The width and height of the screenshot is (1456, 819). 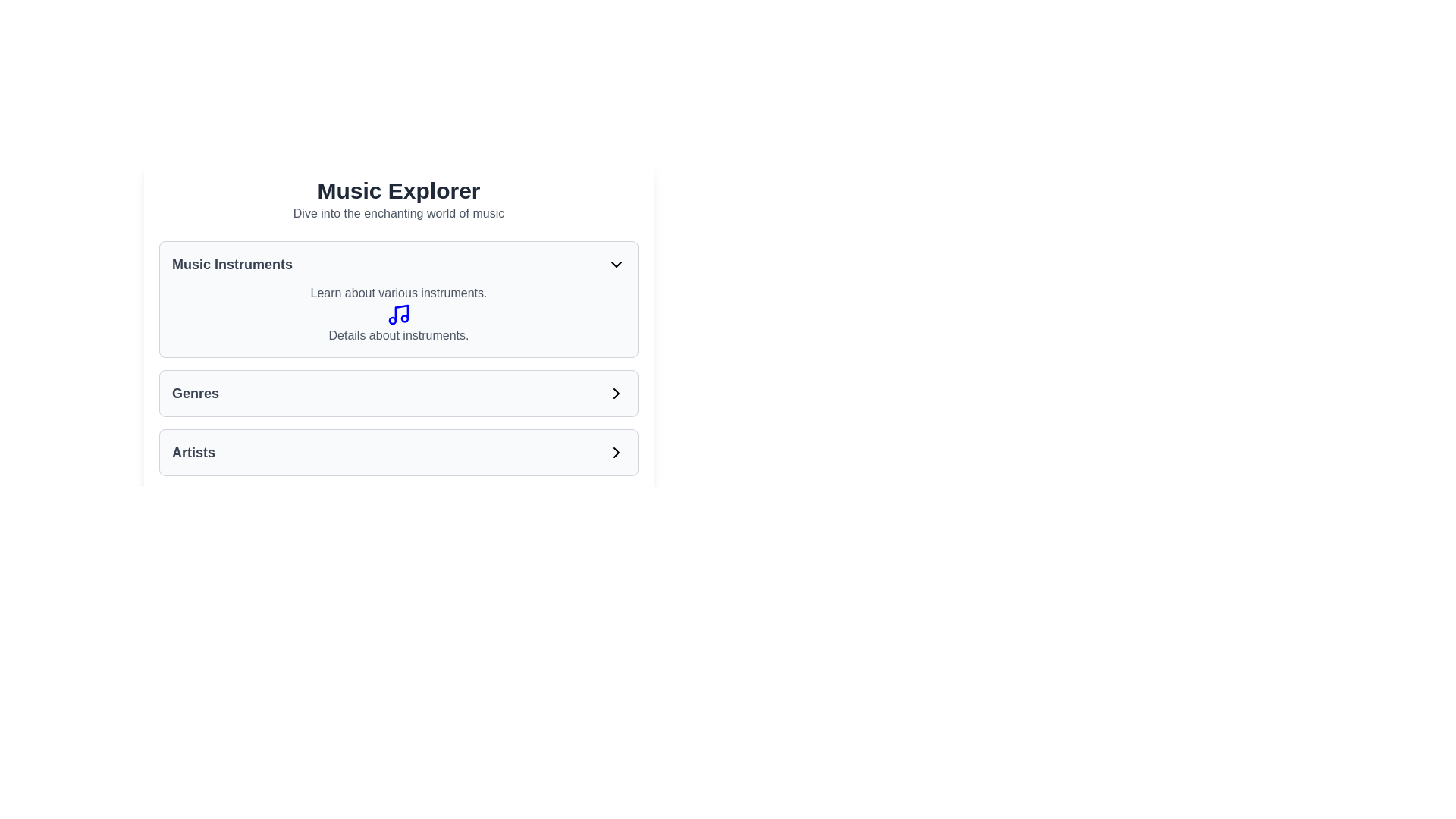 I want to click on the right-facing chevron icon within the 'Genres' card, so click(x=616, y=393).